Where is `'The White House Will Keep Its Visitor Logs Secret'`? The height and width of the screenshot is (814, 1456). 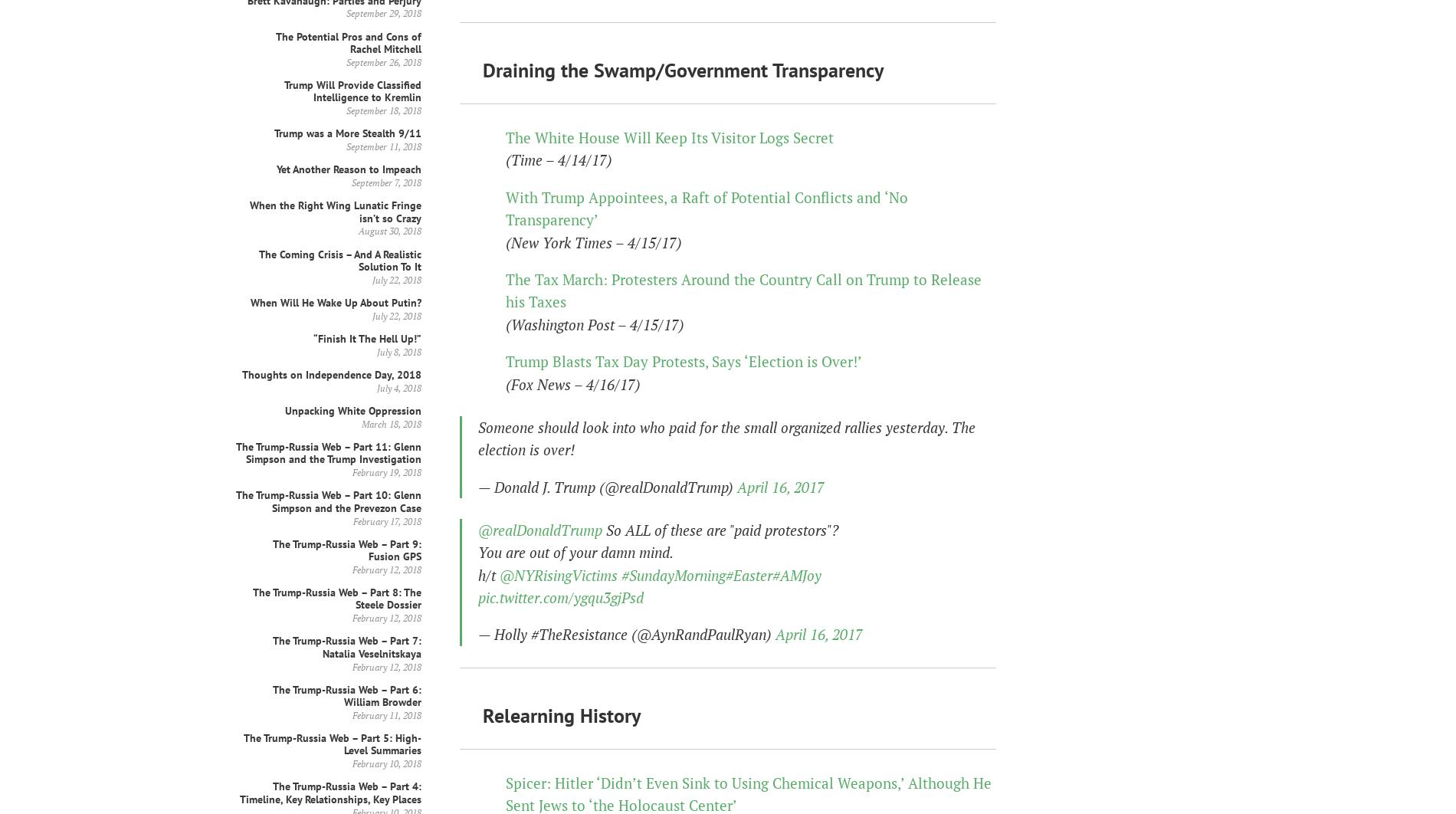
'The White House Will Keep Its Visitor Logs Secret' is located at coordinates (669, 136).